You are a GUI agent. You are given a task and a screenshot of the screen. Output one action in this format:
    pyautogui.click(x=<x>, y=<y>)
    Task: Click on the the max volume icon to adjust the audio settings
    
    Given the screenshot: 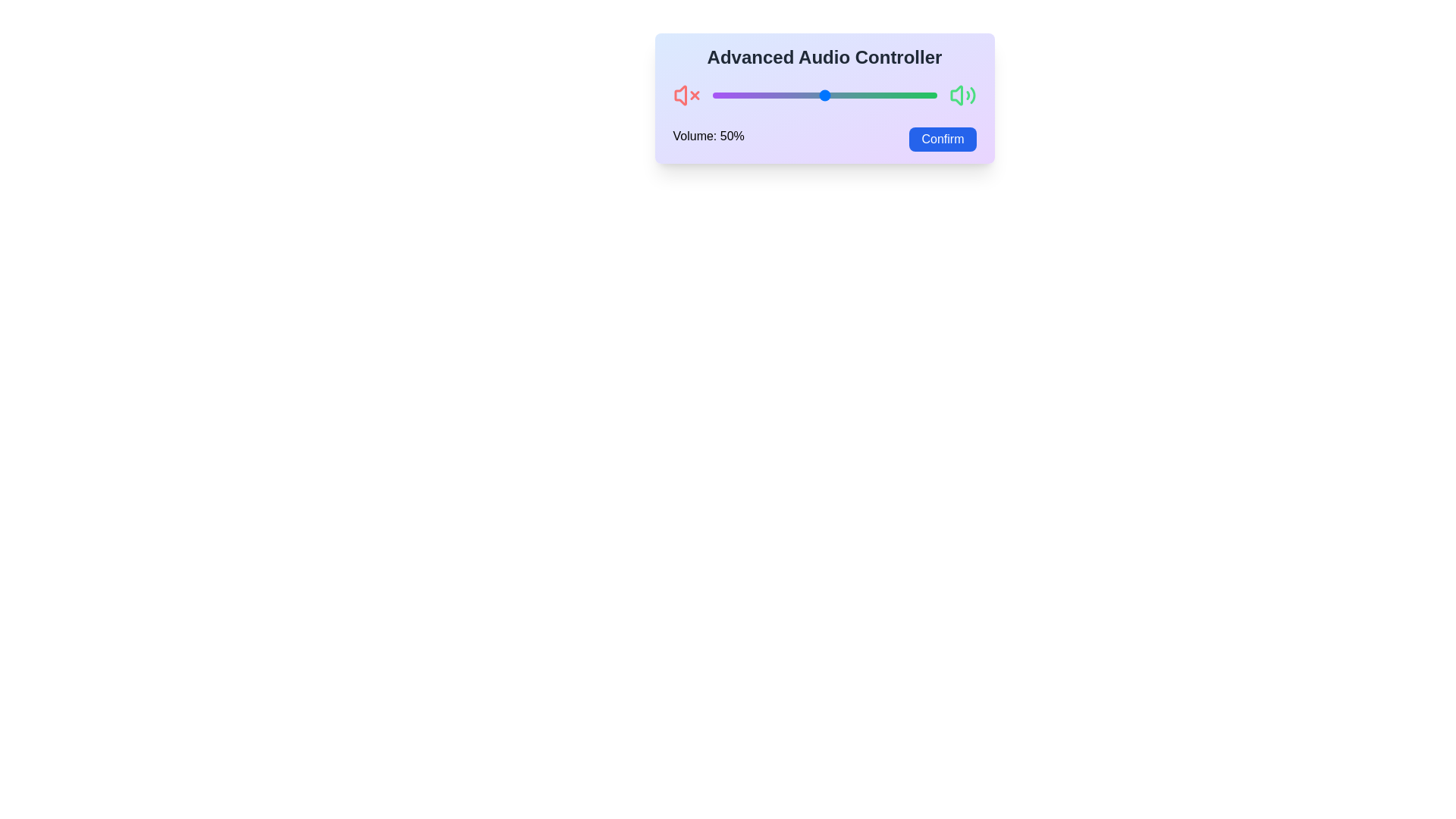 What is the action you would take?
    pyautogui.click(x=962, y=96)
    